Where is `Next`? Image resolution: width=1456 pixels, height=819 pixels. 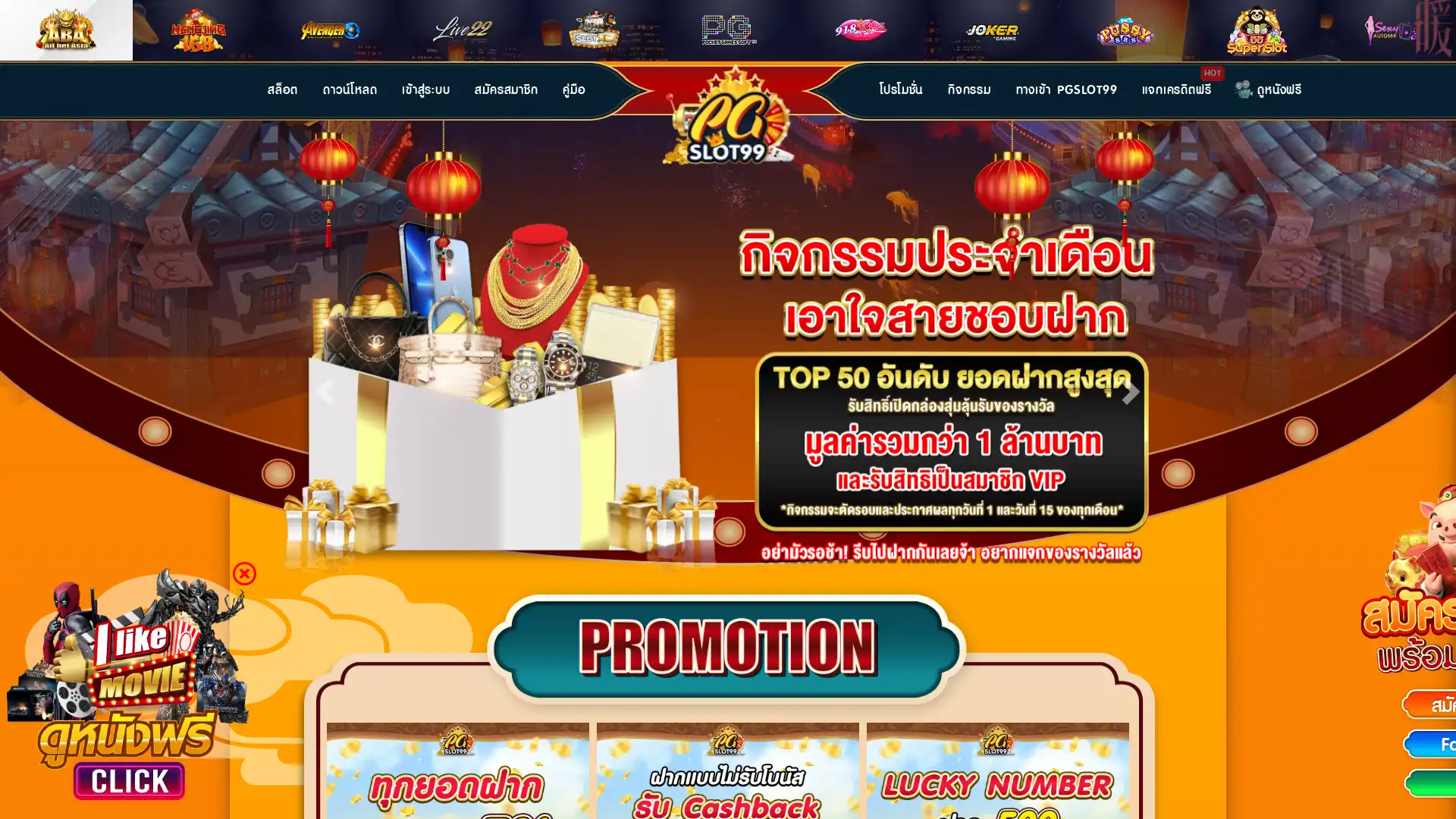 Next is located at coordinates (1131, 388).